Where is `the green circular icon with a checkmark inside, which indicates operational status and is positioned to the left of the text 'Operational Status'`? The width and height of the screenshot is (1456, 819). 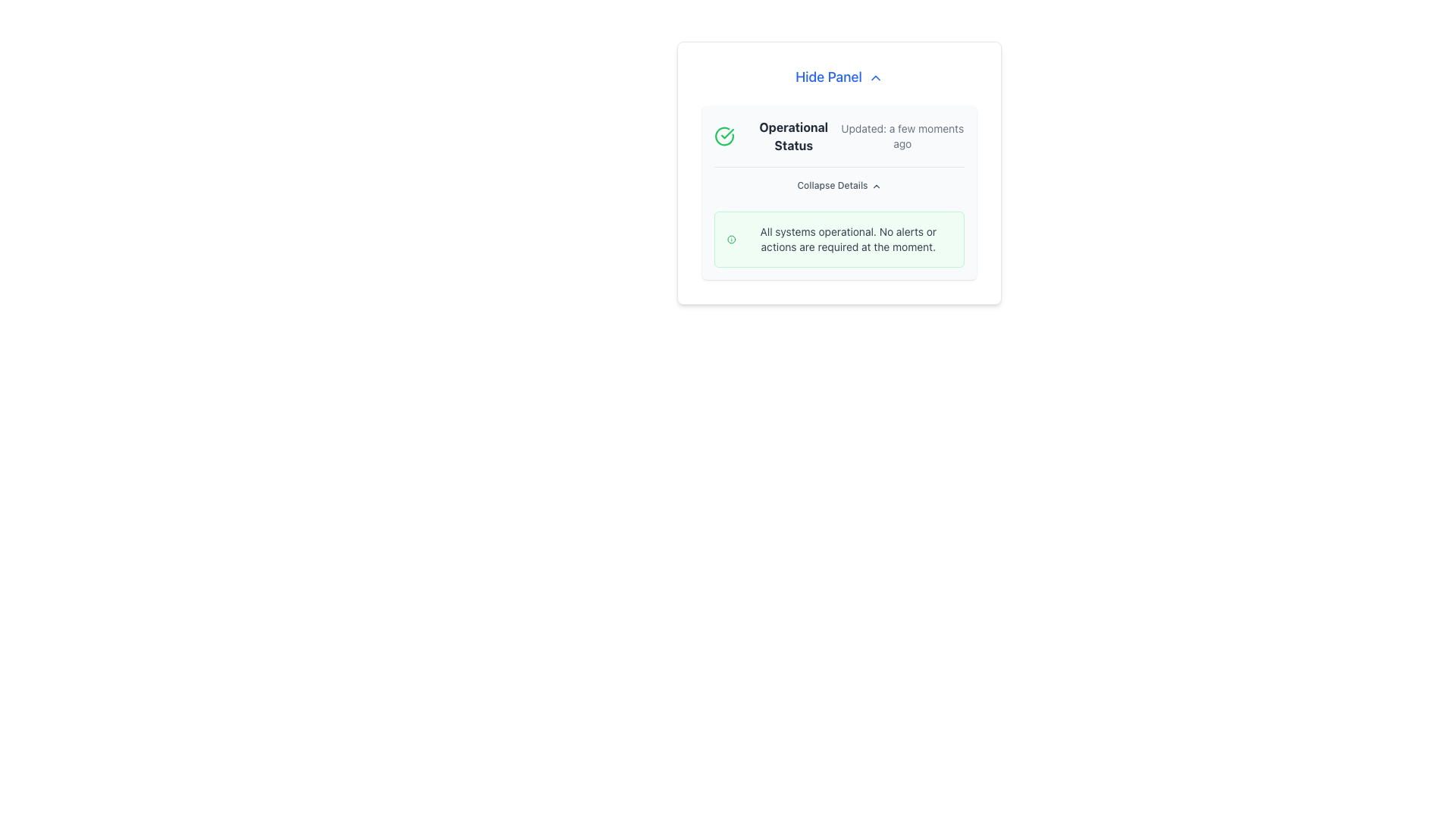
the green circular icon with a checkmark inside, which indicates operational status and is positioned to the left of the text 'Operational Status' is located at coordinates (723, 136).